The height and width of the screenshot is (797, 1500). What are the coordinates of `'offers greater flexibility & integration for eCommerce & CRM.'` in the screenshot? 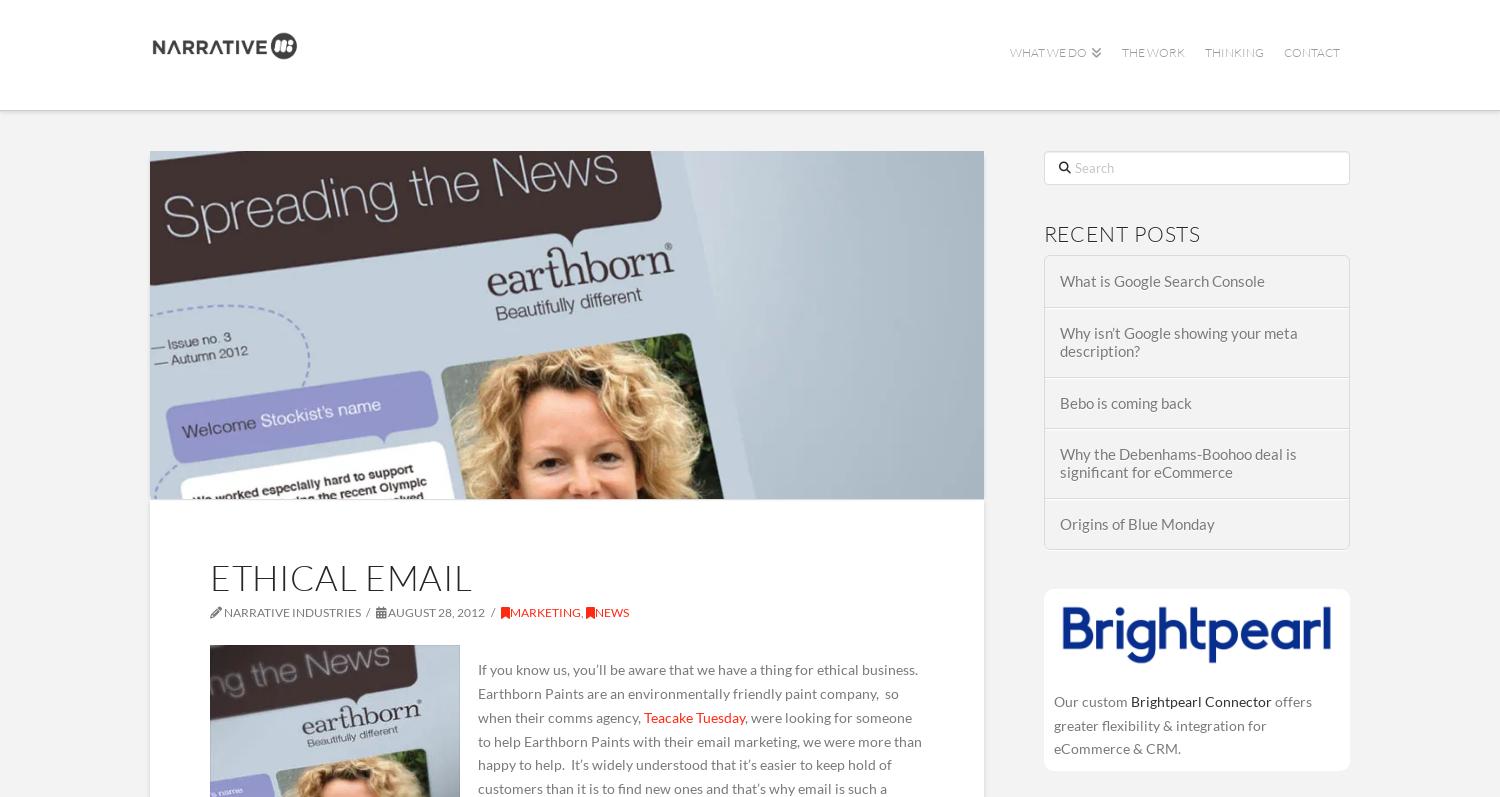 It's located at (1182, 724).